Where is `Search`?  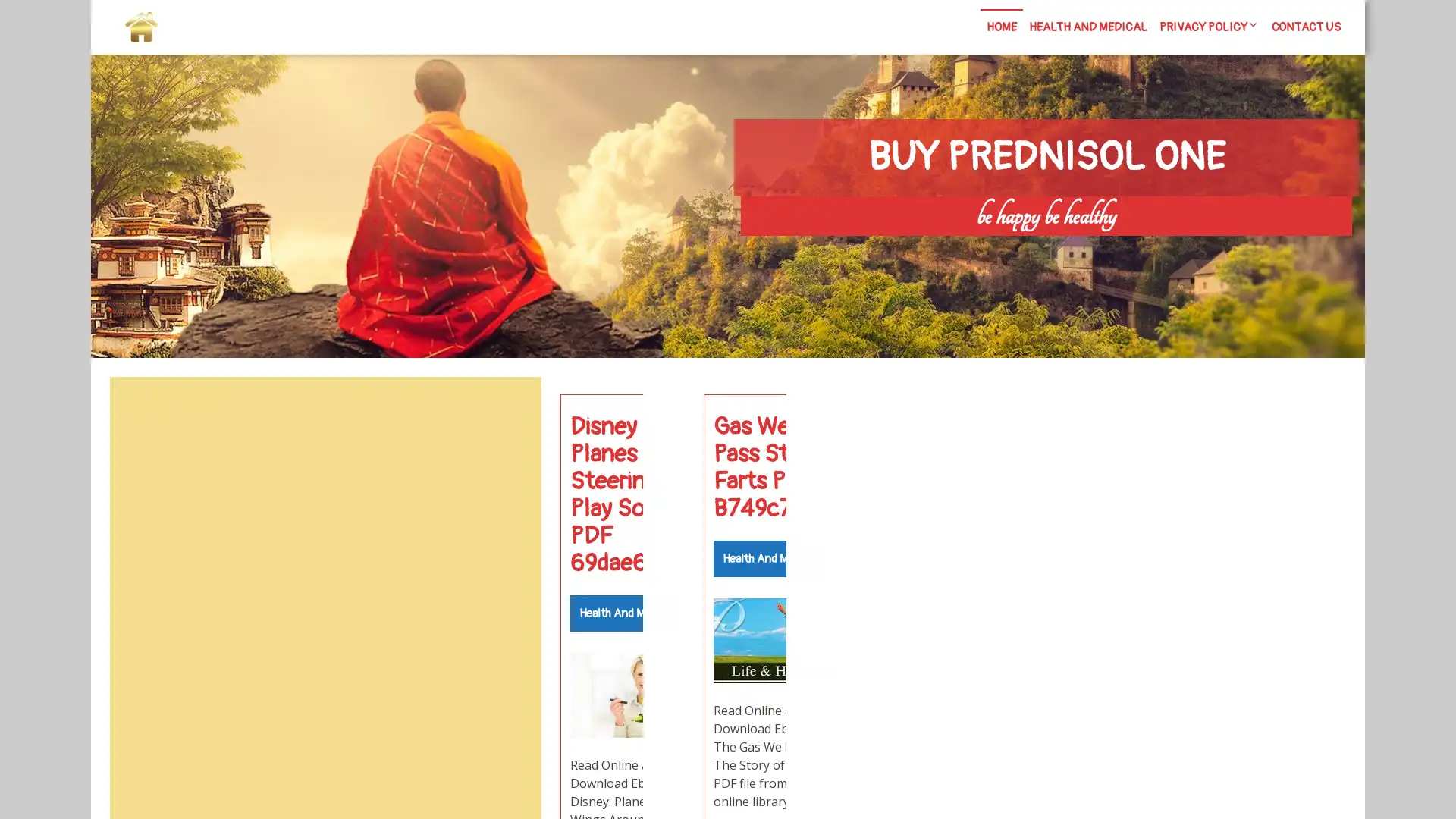
Search is located at coordinates (1181, 248).